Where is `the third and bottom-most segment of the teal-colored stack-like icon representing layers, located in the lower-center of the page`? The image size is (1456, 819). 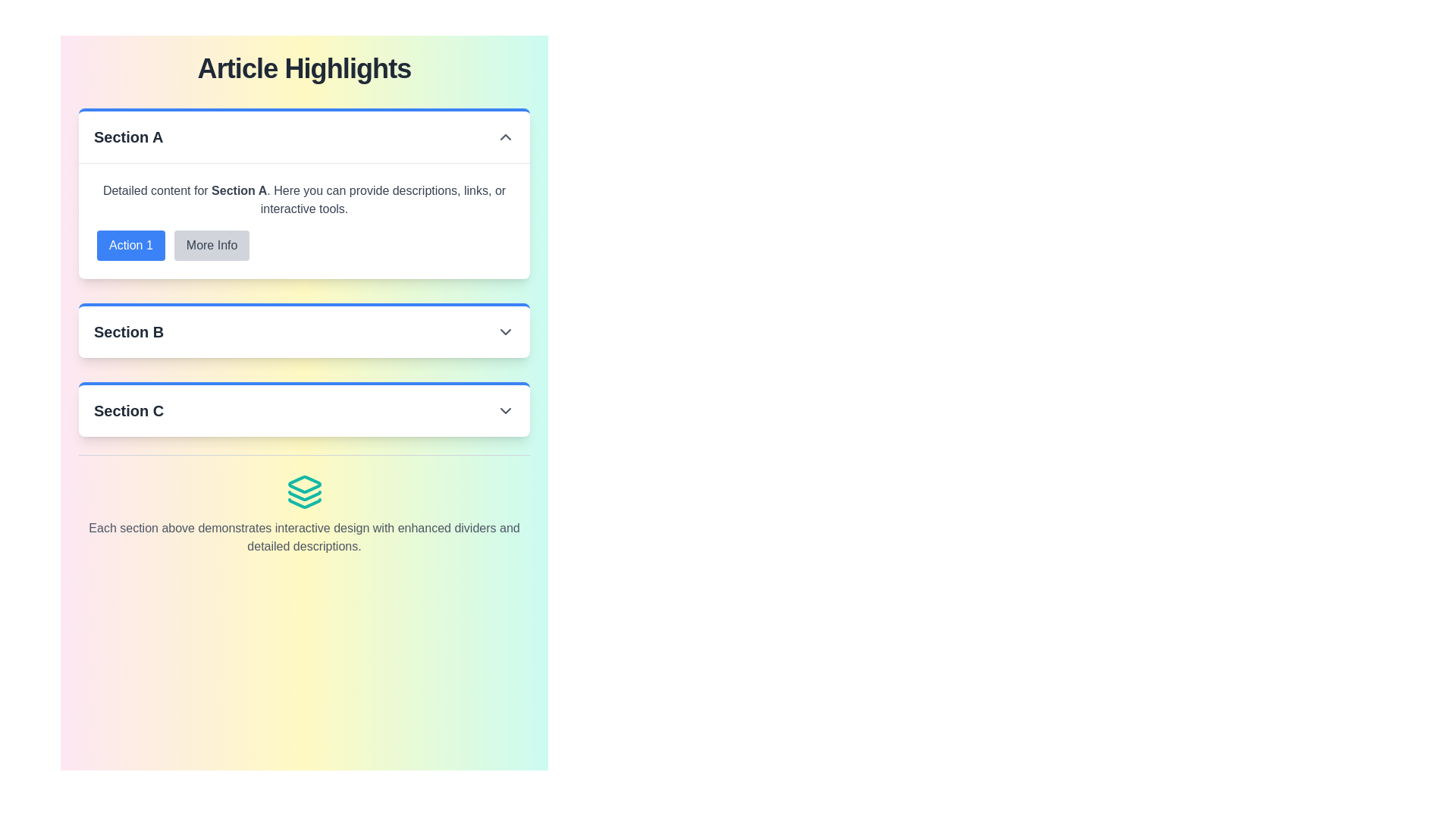 the third and bottom-most segment of the teal-colored stack-like icon representing layers, located in the lower-center of the page is located at coordinates (303, 503).